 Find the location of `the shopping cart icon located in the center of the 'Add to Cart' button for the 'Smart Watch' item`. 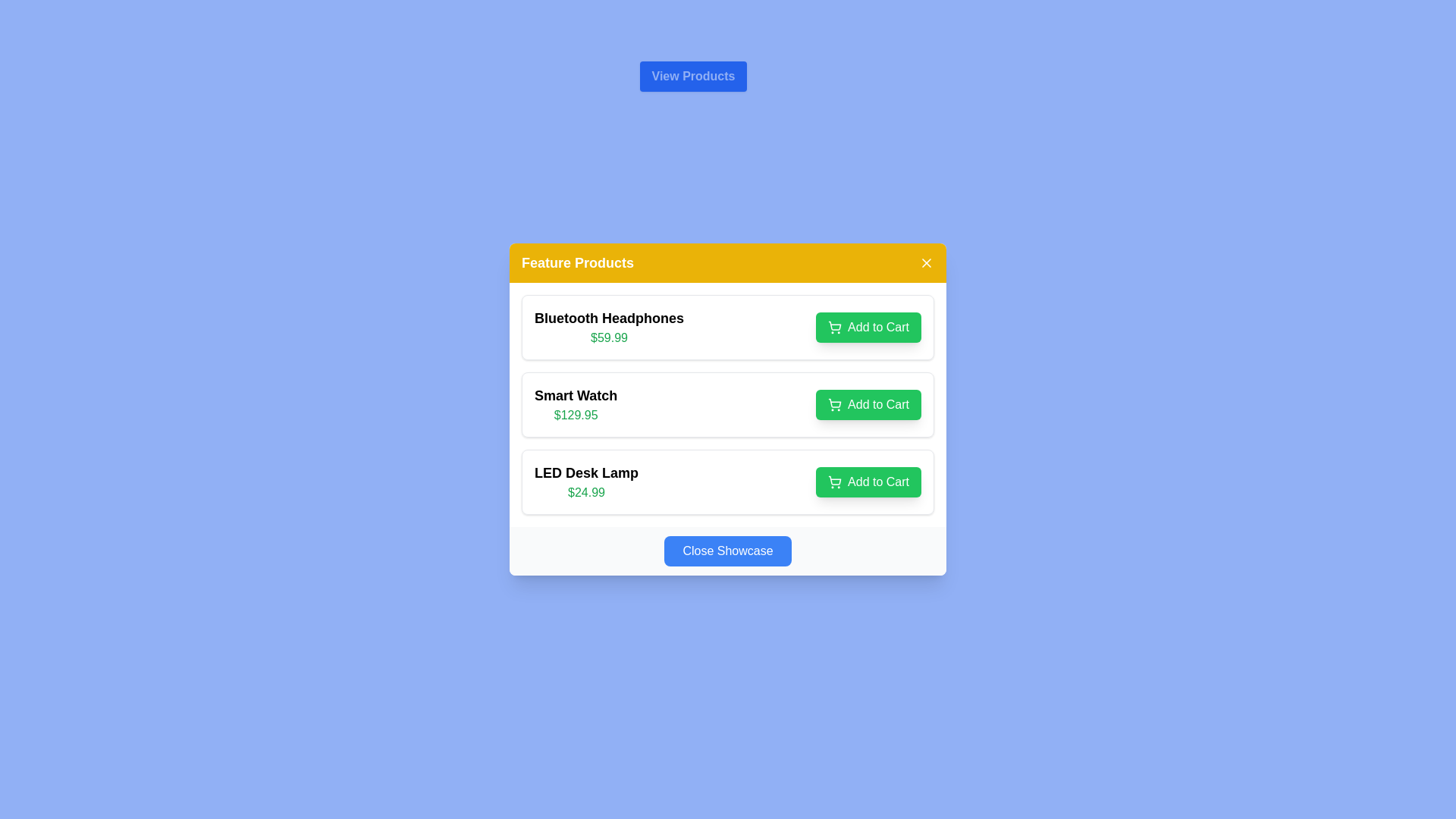

the shopping cart icon located in the center of the 'Add to Cart' button for the 'Smart Watch' item is located at coordinates (834, 403).